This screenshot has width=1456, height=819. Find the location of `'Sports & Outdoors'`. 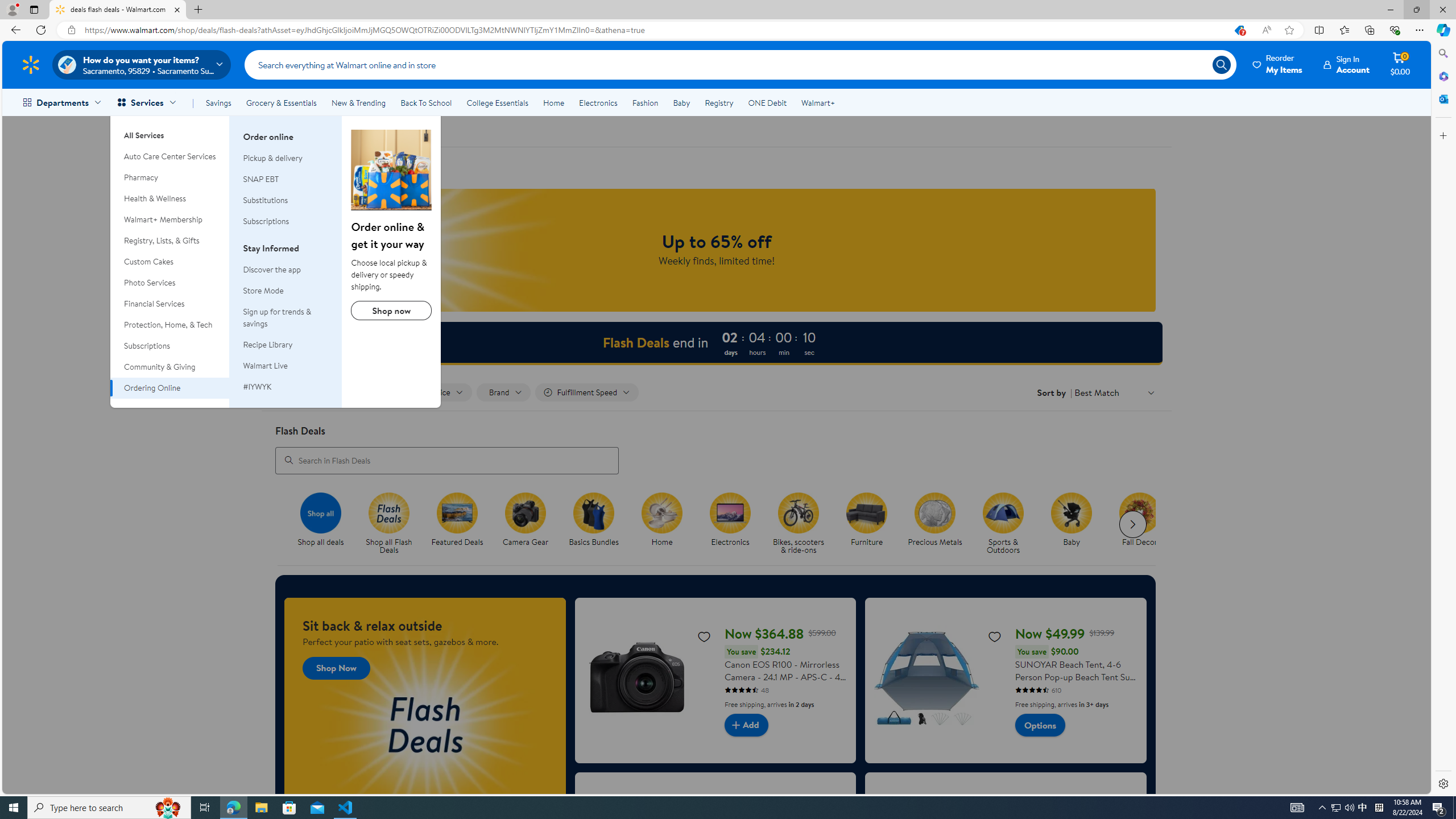

'Sports & Outdoors' is located at coordinates (1002, 512).